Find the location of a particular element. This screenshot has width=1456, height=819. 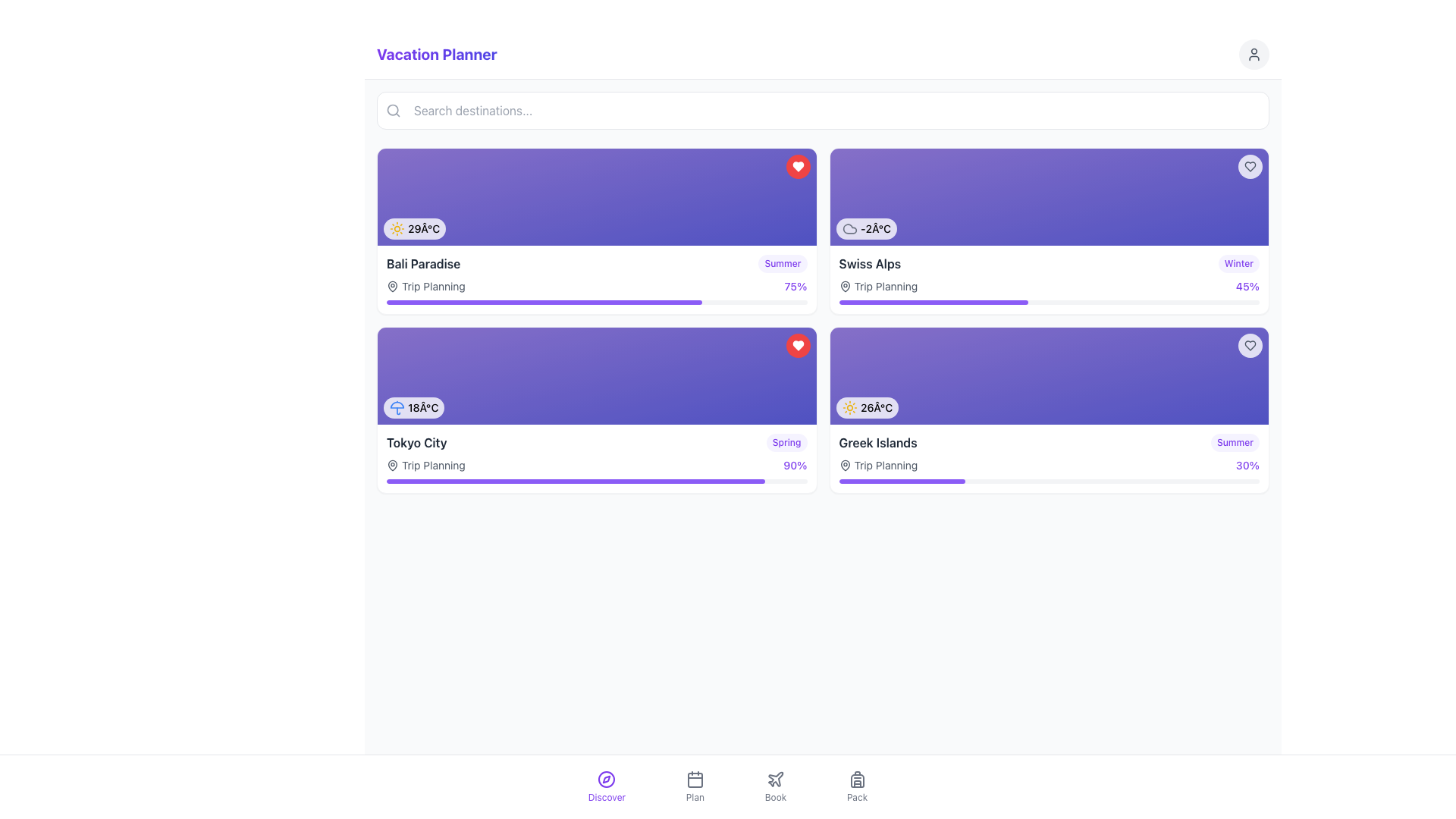

the text label with an icon indicating the status or category related to trip planning for 'Bali Paradise', positioned below the title and above the progress bar is located at coordinates (425, 287).